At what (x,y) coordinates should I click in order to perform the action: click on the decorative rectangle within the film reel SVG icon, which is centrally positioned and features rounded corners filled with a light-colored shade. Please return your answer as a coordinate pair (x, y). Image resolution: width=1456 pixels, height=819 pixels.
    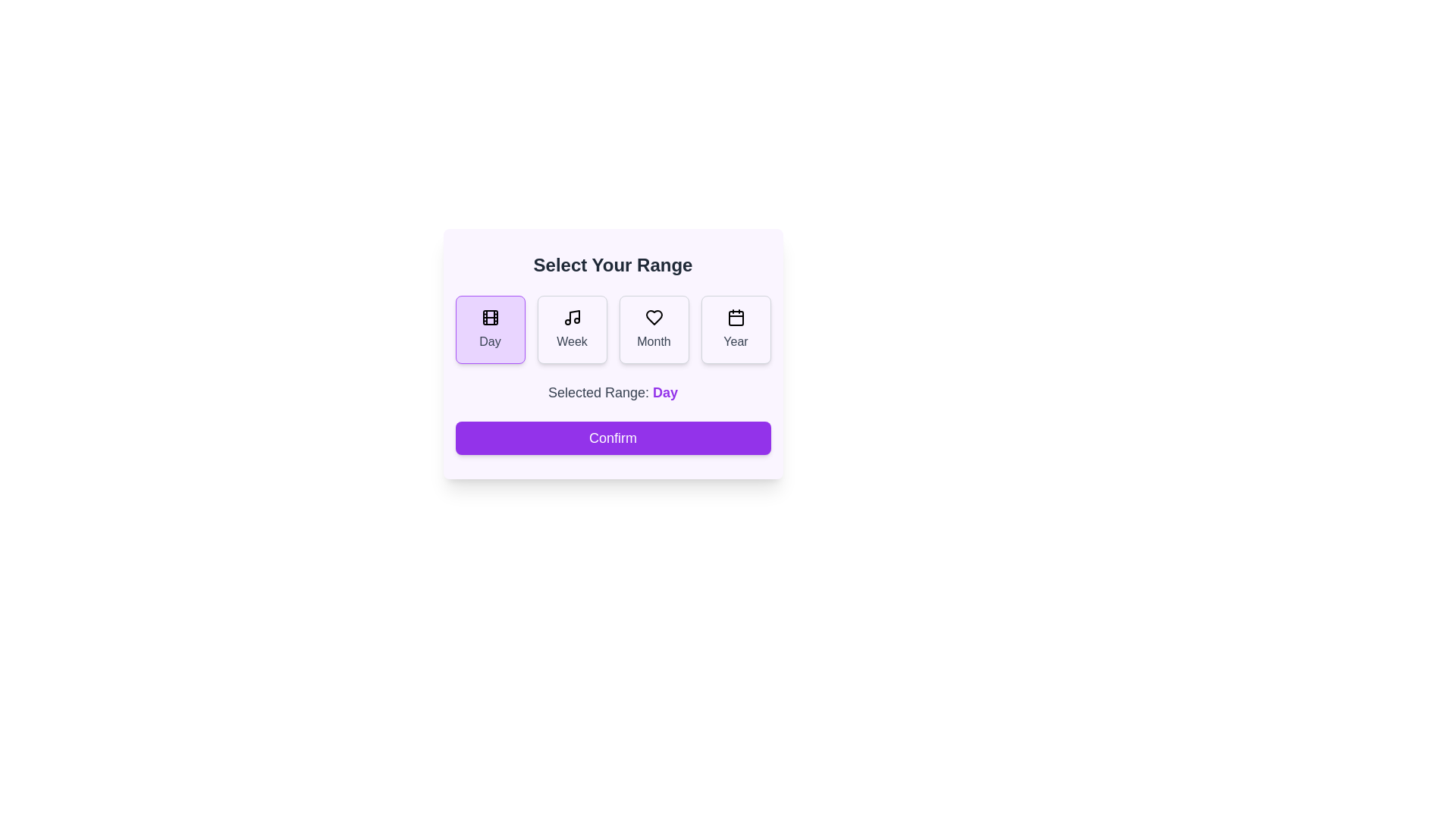
    Looking at the image, I should click on (490, 317).